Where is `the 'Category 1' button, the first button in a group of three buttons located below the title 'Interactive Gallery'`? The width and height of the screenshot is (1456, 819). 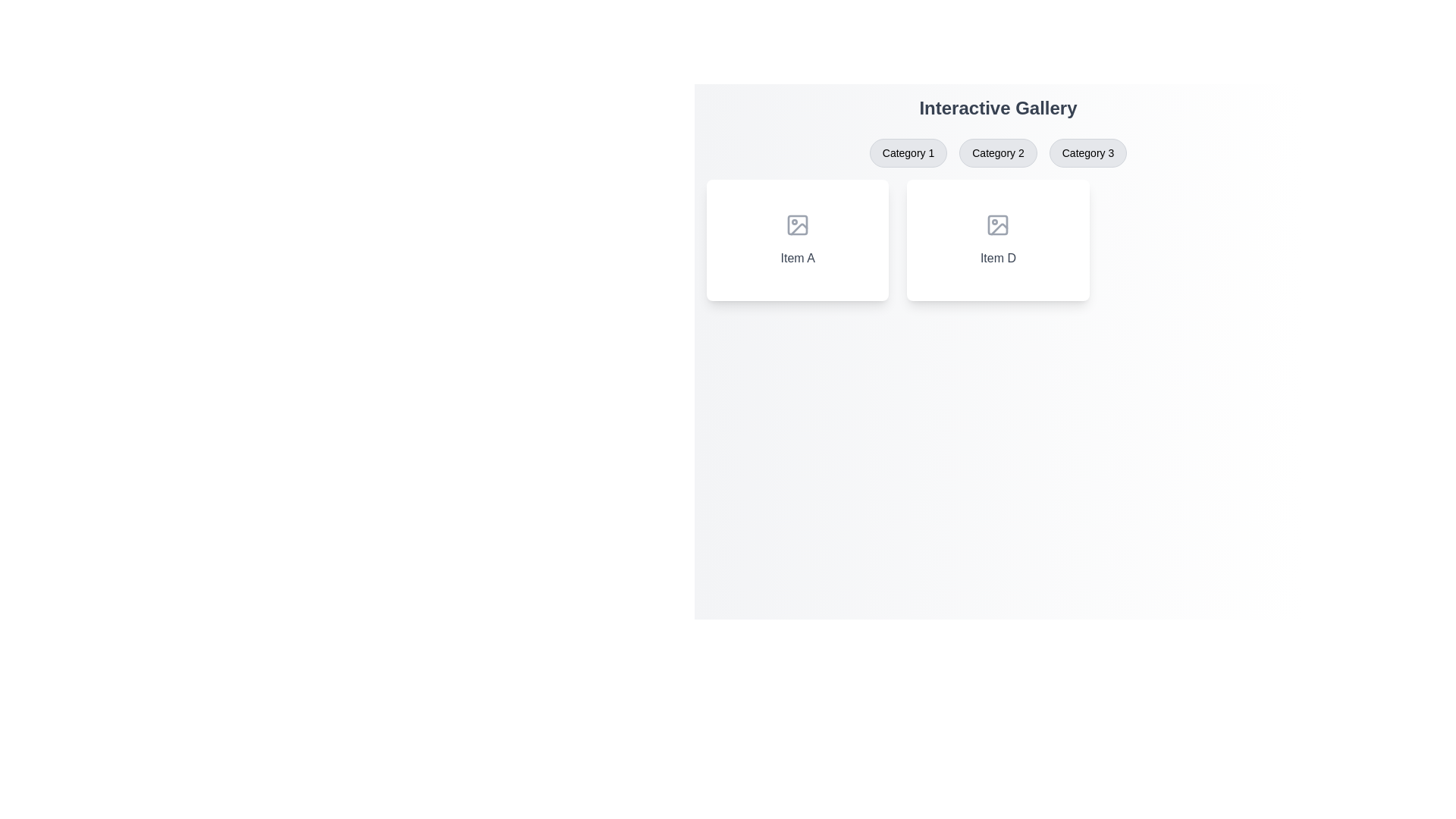
the 'Category 1' button, the first button in a group of three buttons located below the title 'Interactive Gallery' is located at coordinates (908, 152).